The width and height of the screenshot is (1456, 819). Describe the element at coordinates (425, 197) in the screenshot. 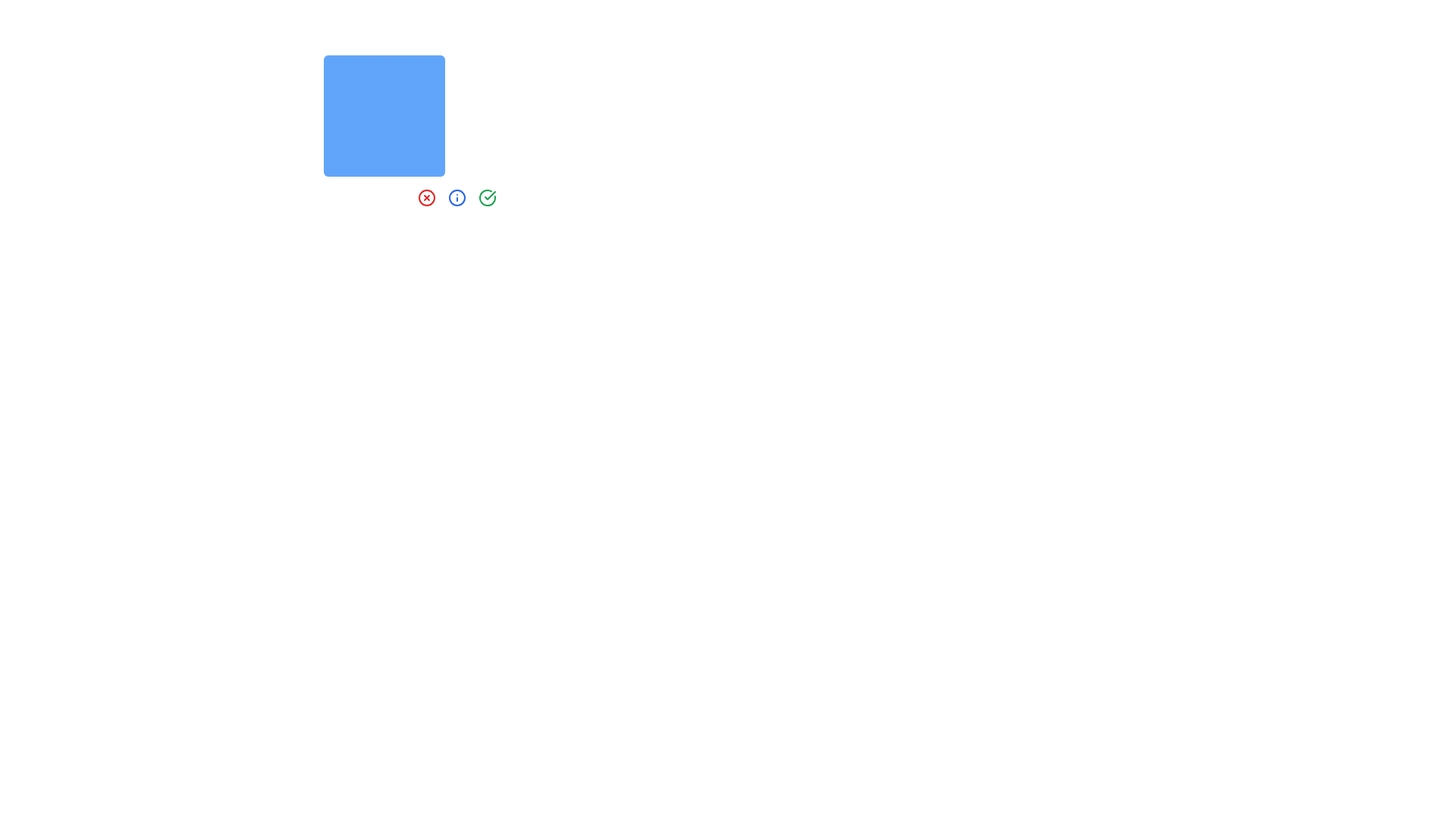

I see `the close or cancel action icon represented by an SVG graphic of a circle with a cross inside, which is the leftmost item in a horizontal row of icons` at that location.